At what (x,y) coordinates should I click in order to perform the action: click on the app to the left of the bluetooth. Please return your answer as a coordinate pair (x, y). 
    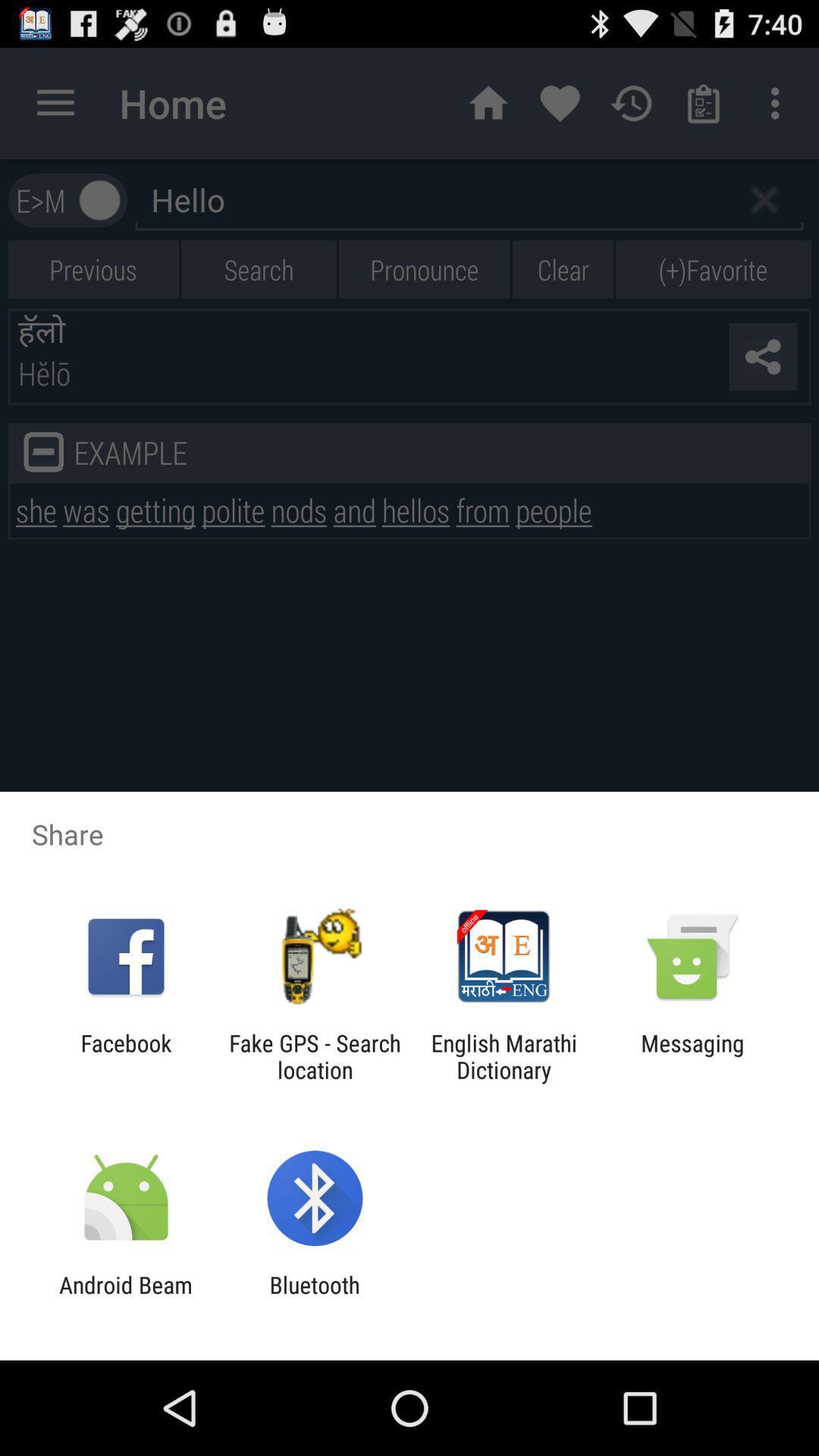
    Looking at the image, I should click on (125, 1298).